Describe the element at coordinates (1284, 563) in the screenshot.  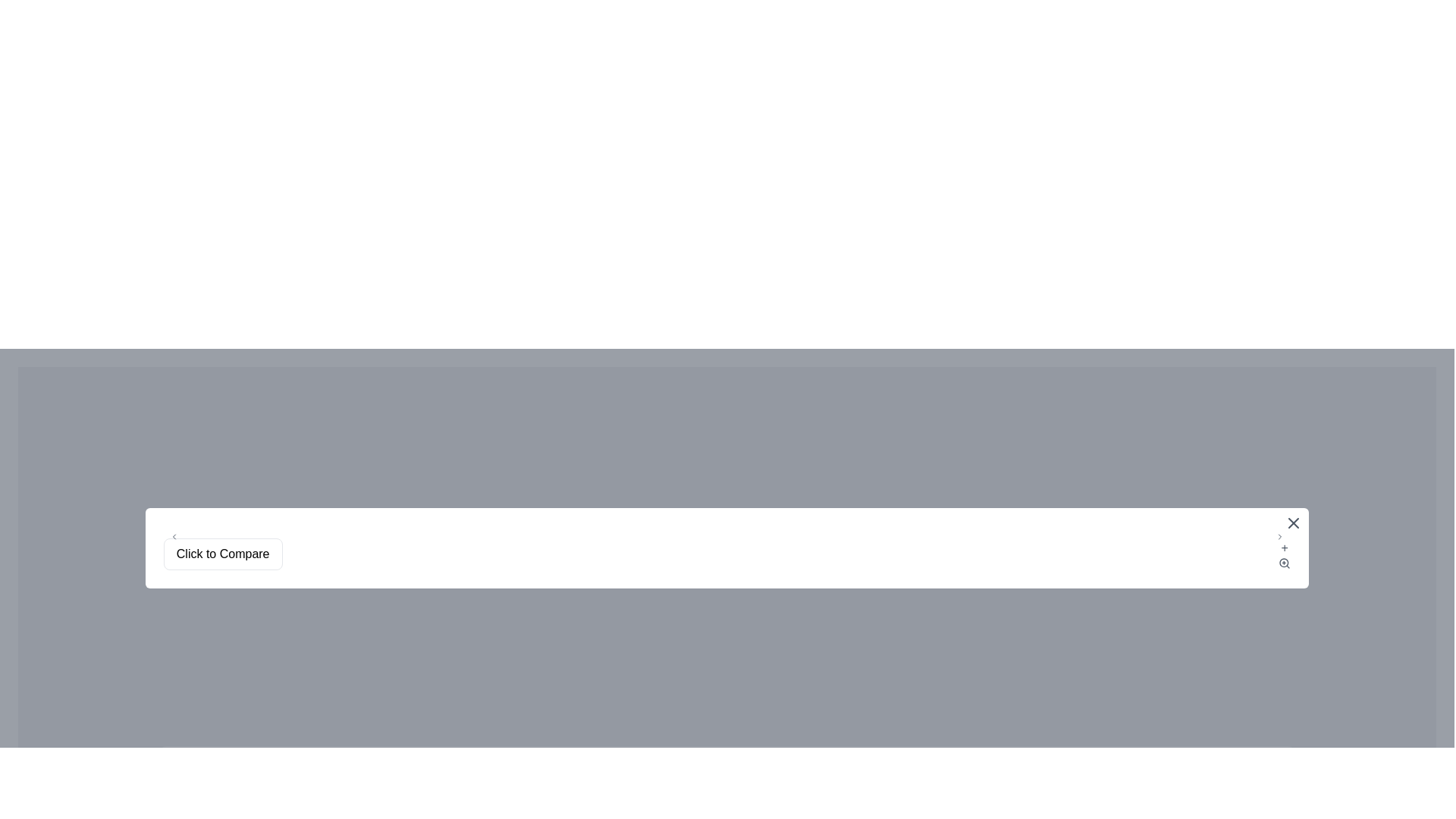
I see `the zoom-in button located at the bottom right corner of the modal, aligned below the '+' icon, to enlarge the view` at that location.